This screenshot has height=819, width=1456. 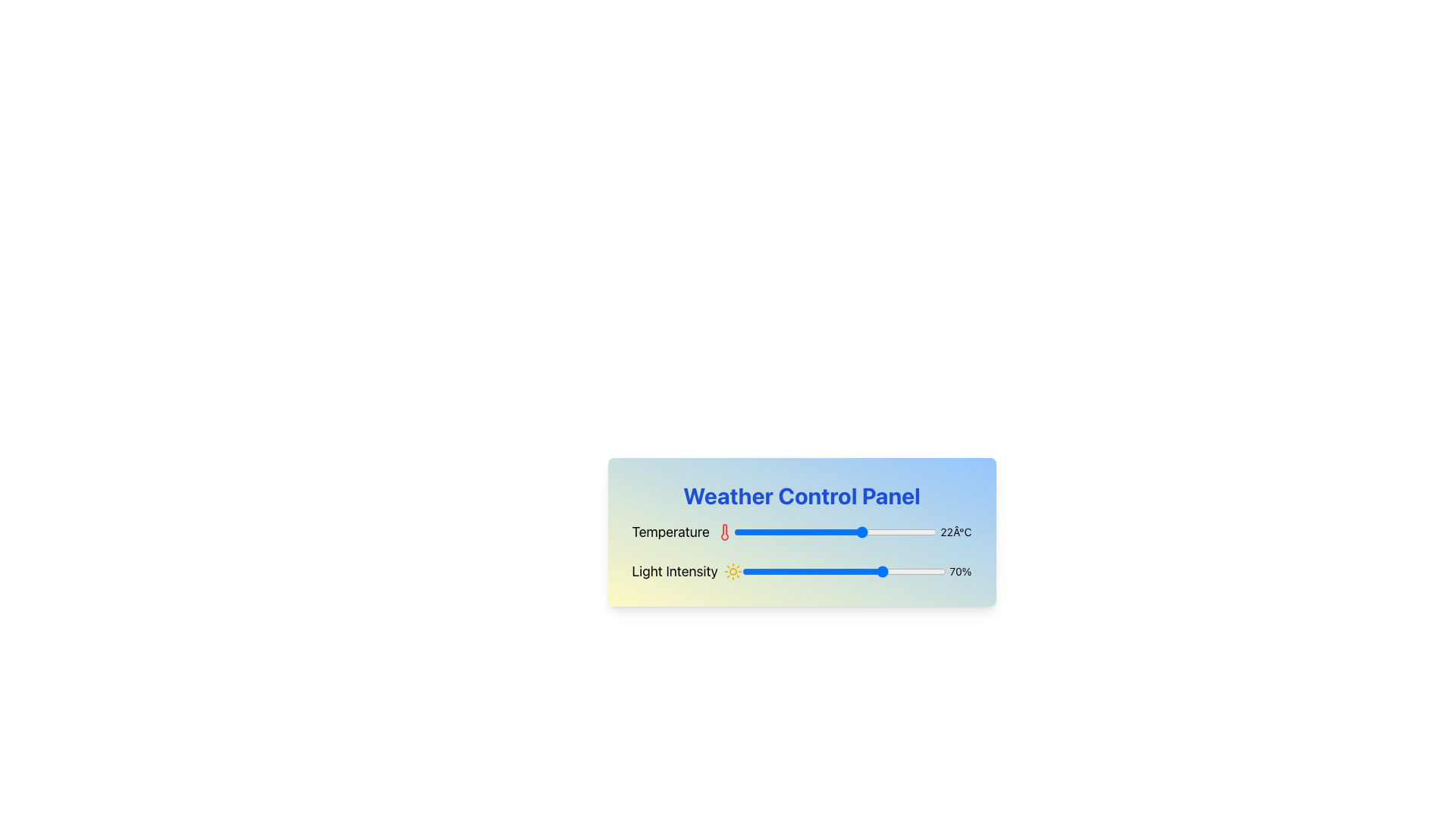 What do you see at coordinates (723, 532) in the screenshot?
I see `the thermometer-like icon, which is red in color and signifies temperature measurement, located to the right of the 'Temperature' label and adjacent to a horizontal slider in the 'Weather Control Panel'` at bounding box center [723, 532].